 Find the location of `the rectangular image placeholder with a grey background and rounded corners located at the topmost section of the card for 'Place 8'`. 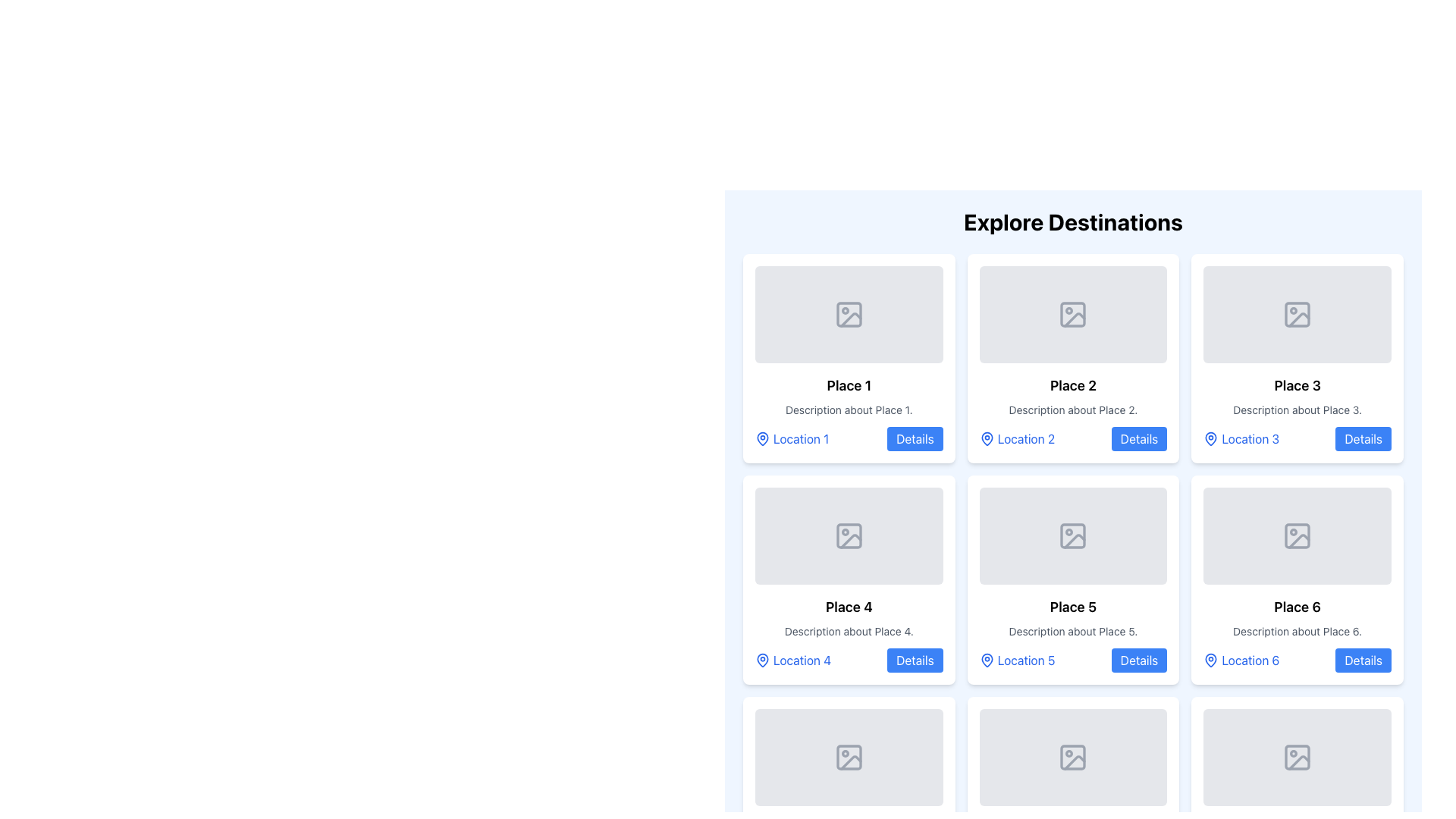

the rectangular image placeholder with a grey background and rounded corners located at the topmost section of the card for 'Place 8' is located at coordinates (1072, 758).